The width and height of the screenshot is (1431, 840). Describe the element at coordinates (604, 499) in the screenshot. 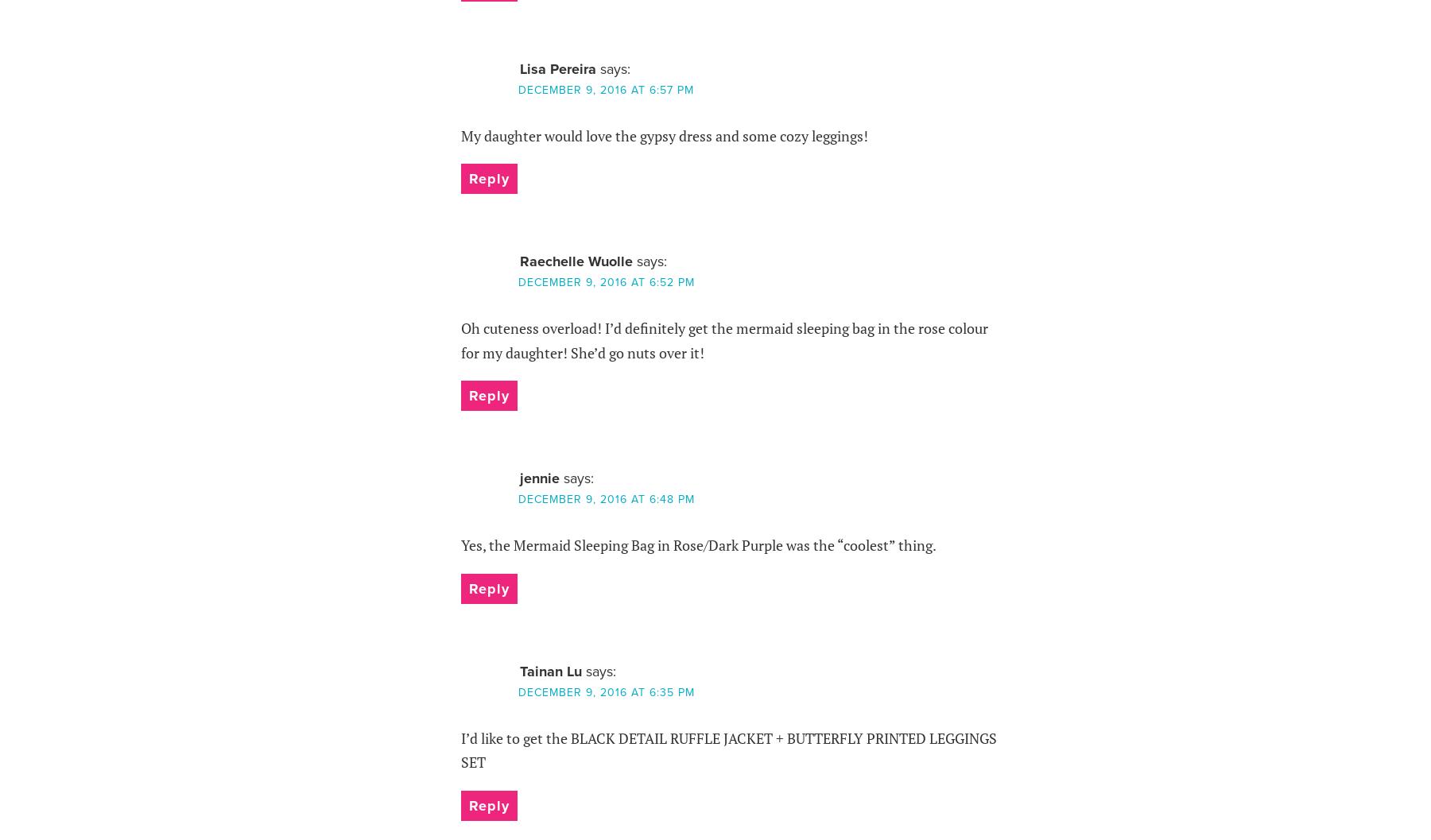

I see `'December 9, 2016 at 6:48 pm'` at that location.